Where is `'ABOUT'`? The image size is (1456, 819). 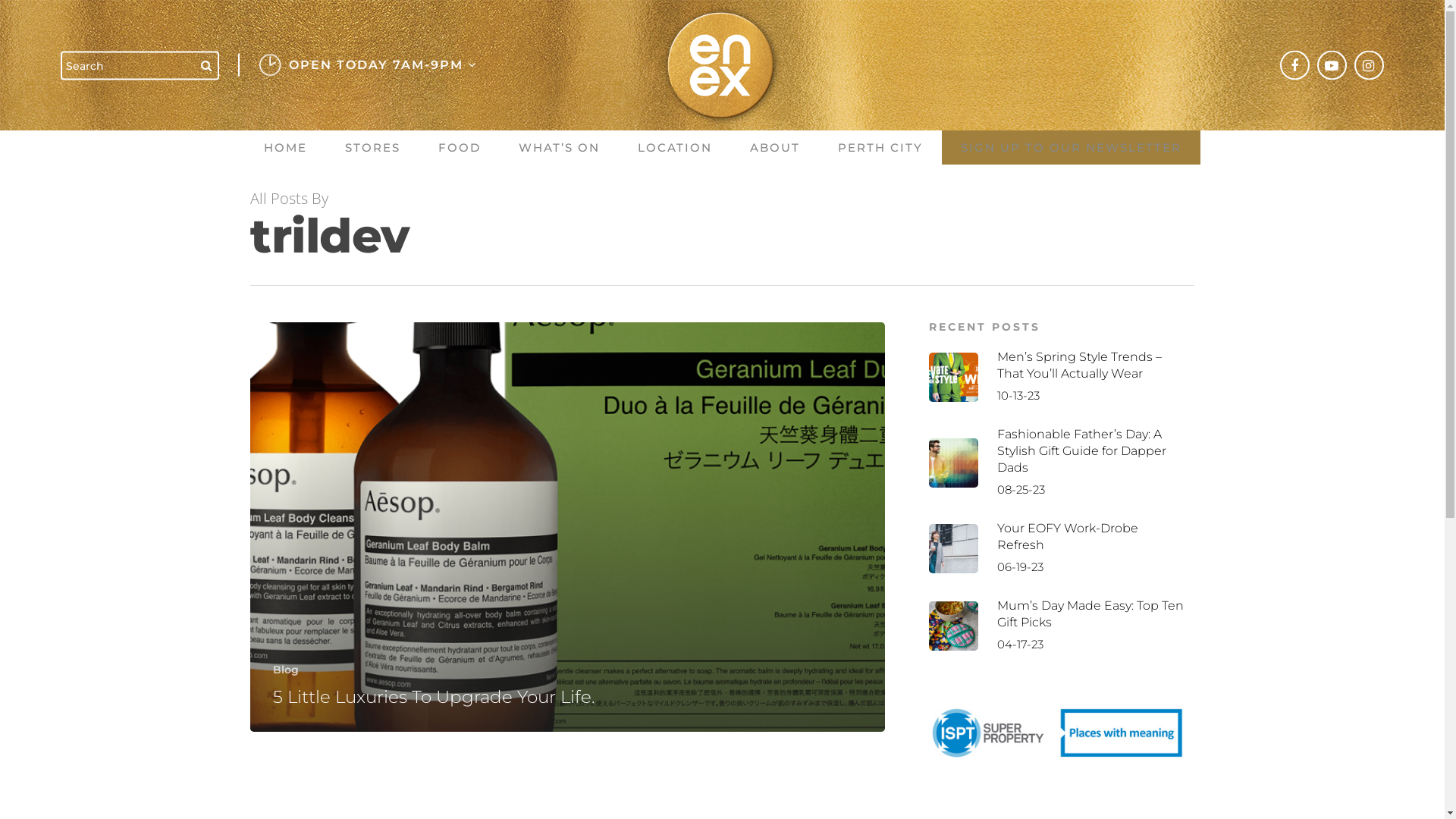 'ABOUT' is located at coordinates (775, 147).